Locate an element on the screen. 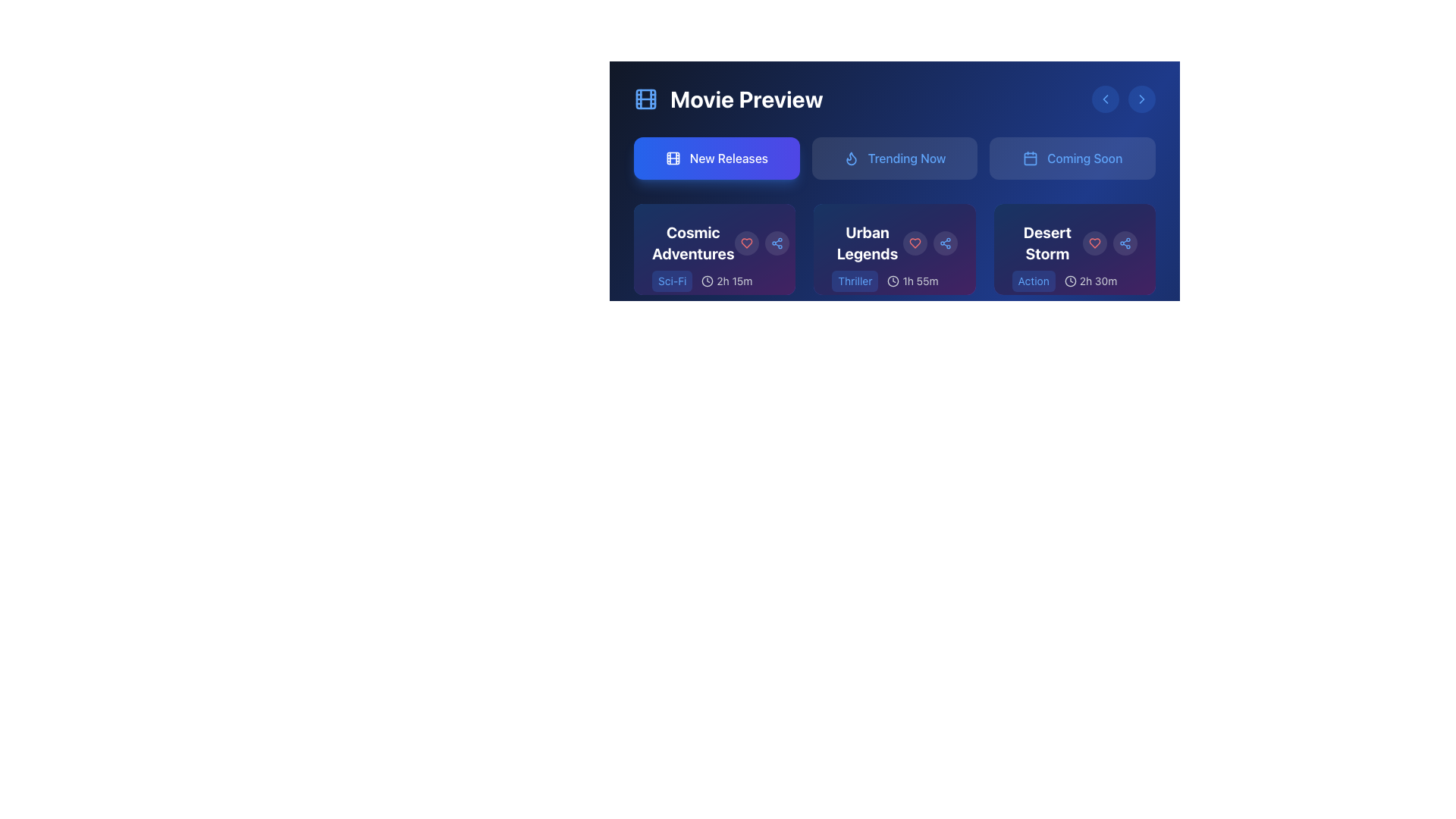 Image resolution: width=1456 pixels, height=819 pixels. the second button in a horizontal row of three buttons, located below the 'Movie Preview' title, to observe its hover effects is located at coordinates (895, 158).